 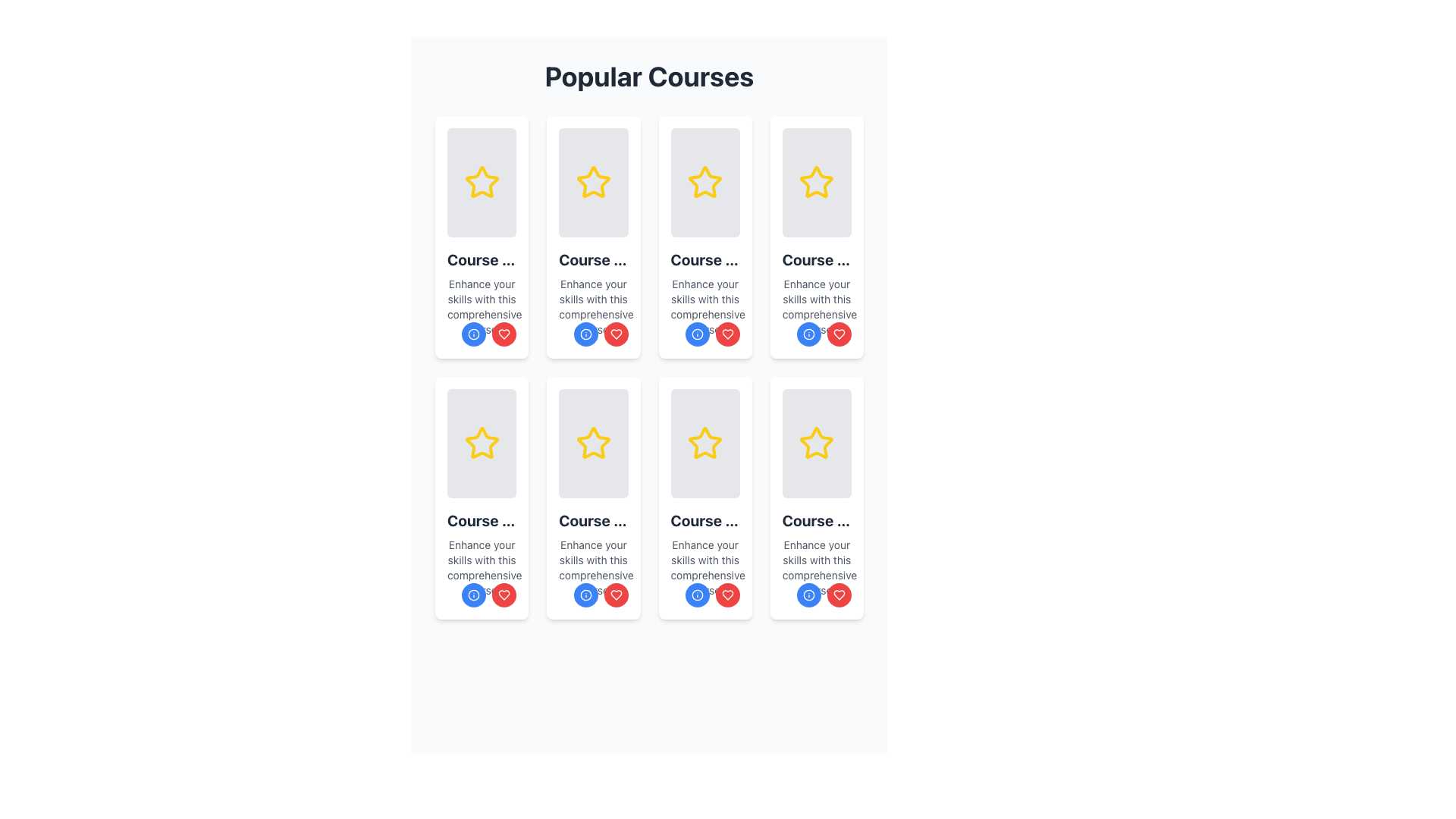 I want to click on the blue button located in the button group at the bottom right corner of the card titled 'Course Title 2' to obtain information about the course, so click(x=600, y=333).